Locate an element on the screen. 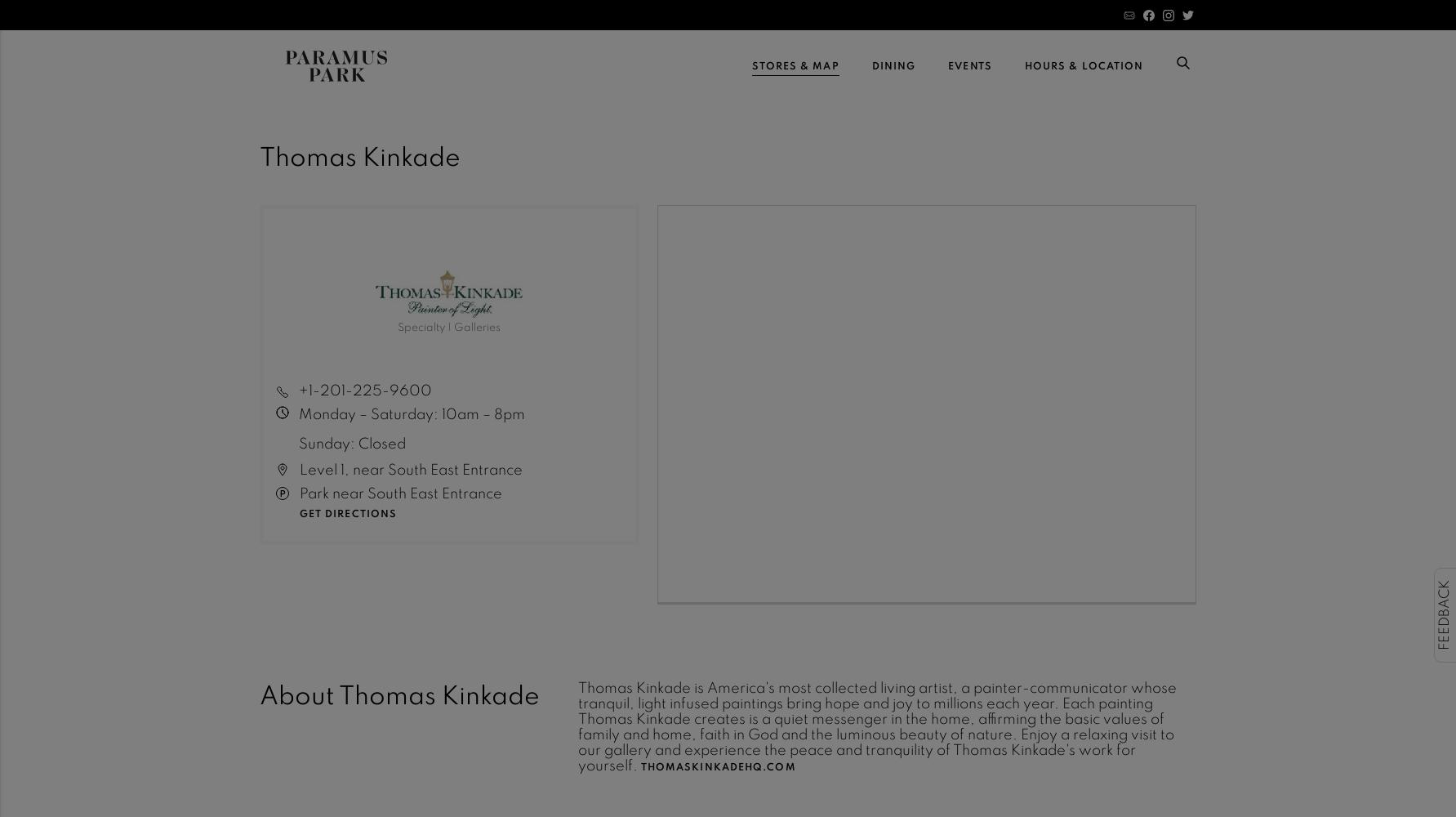 Image resolution: width=1456 pixels, height=817 pixels. 'Thomas Kinkade' is located at coordinates (359, 158).